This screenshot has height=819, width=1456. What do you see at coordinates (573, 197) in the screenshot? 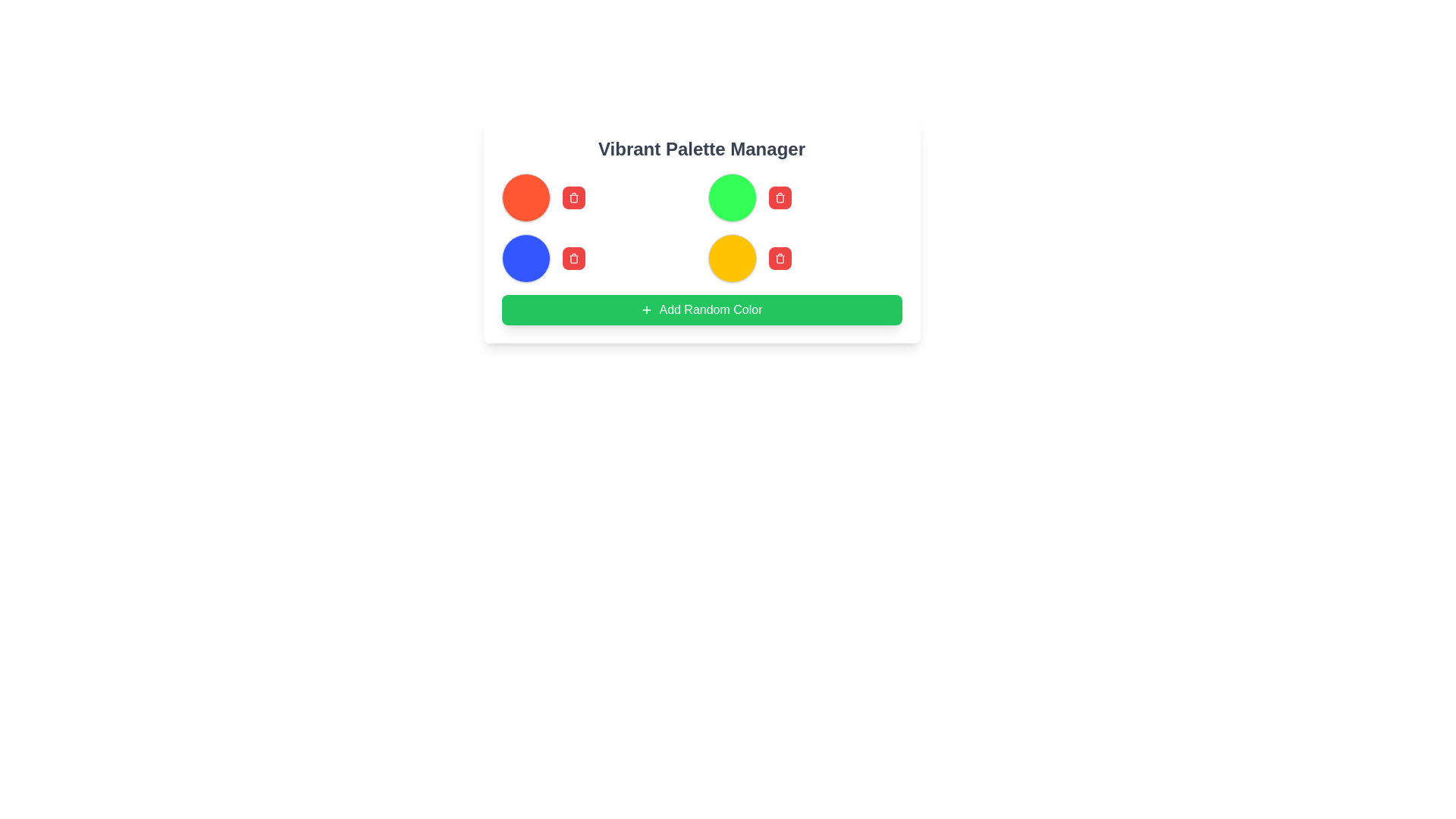
I see `the small, square button with rounded corners, red background, and white trashcan icon located under 'Vibrant Palette Manager'` at bounding box center [573, 197].